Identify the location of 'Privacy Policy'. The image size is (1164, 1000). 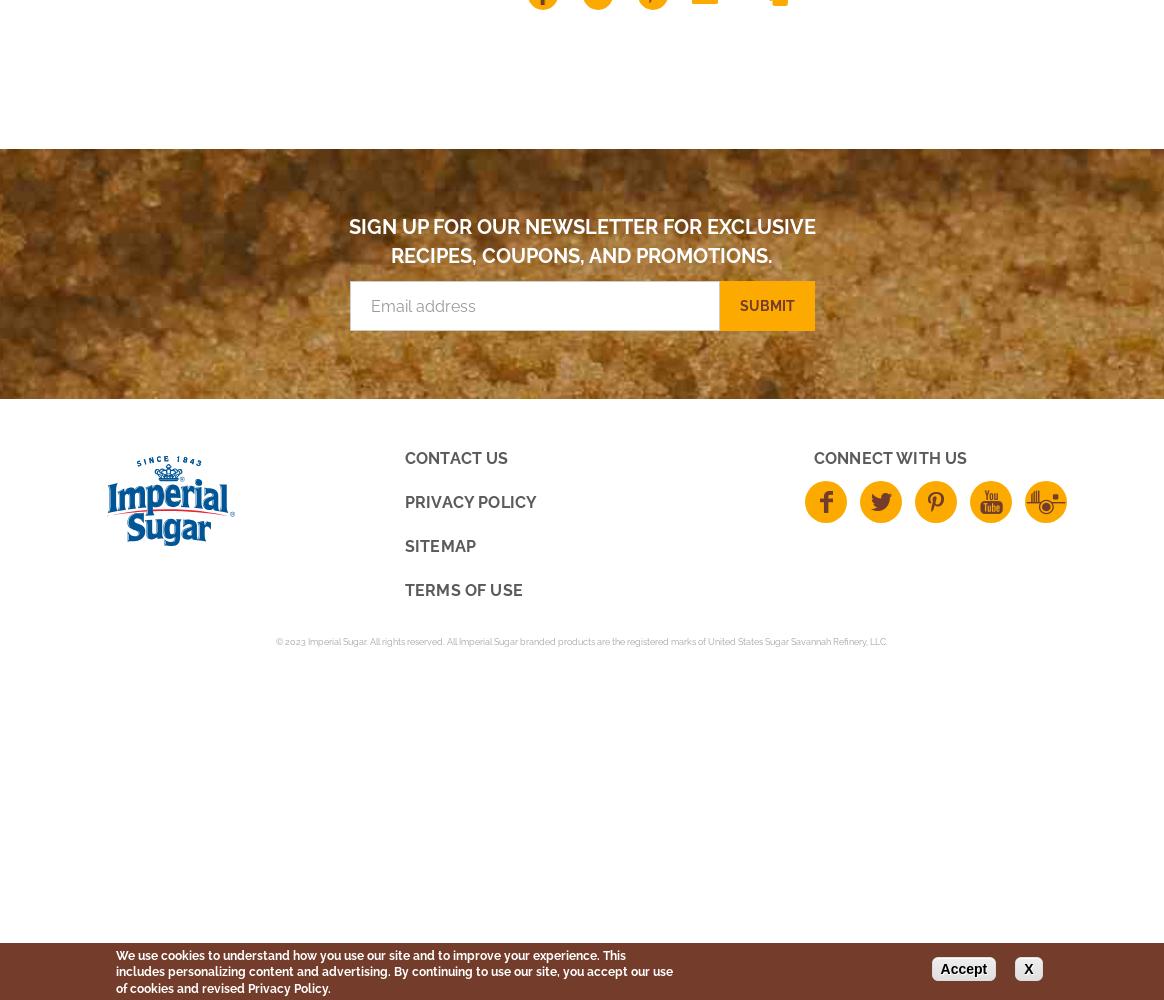
(469, 502).